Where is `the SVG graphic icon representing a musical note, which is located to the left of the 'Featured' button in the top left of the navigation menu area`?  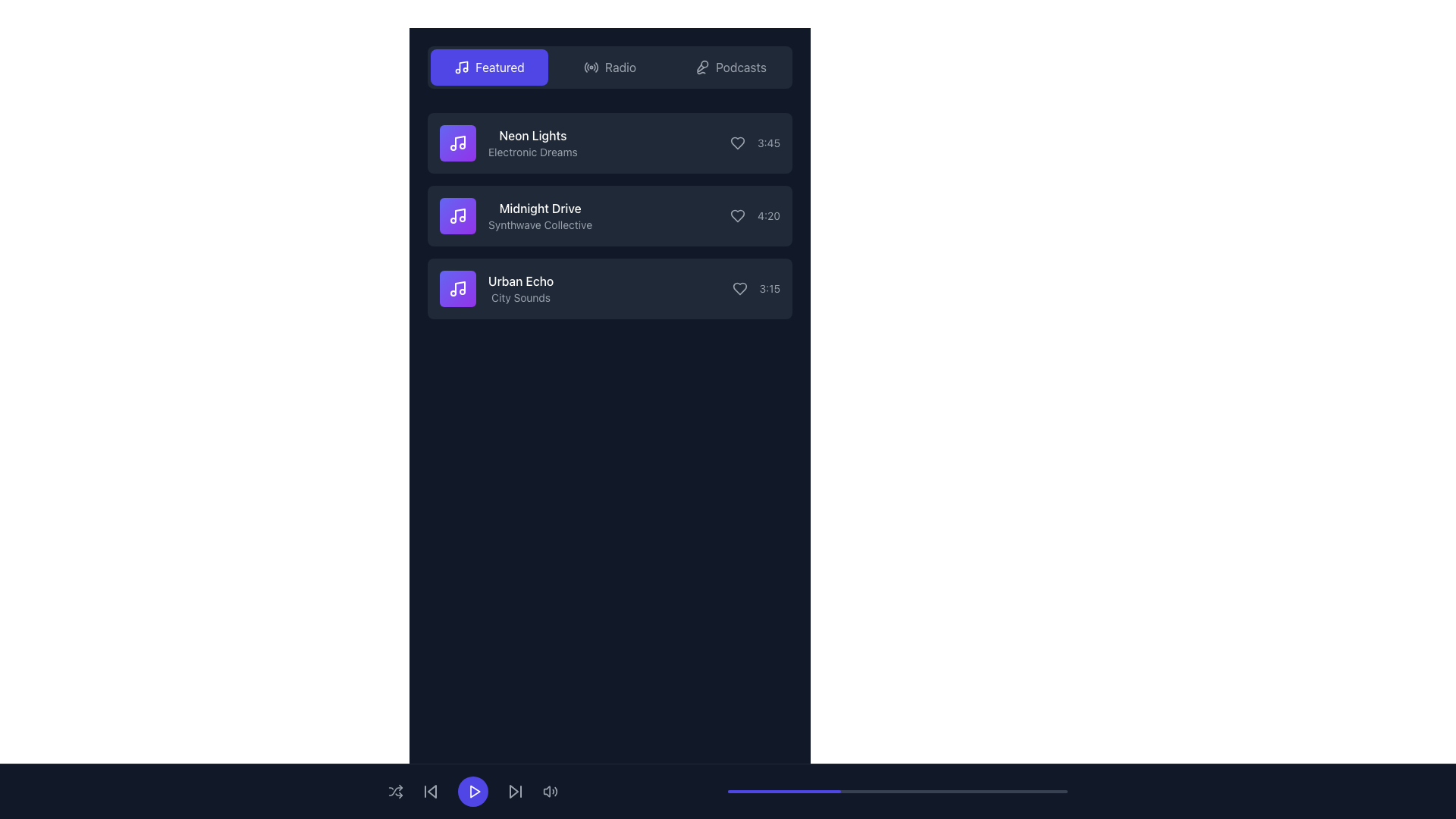 the SVG graphic icon representing a musical note, which is located to the left of the 'Featured' button in the top left of the navigation menu area is located at coordinates (461, 66).